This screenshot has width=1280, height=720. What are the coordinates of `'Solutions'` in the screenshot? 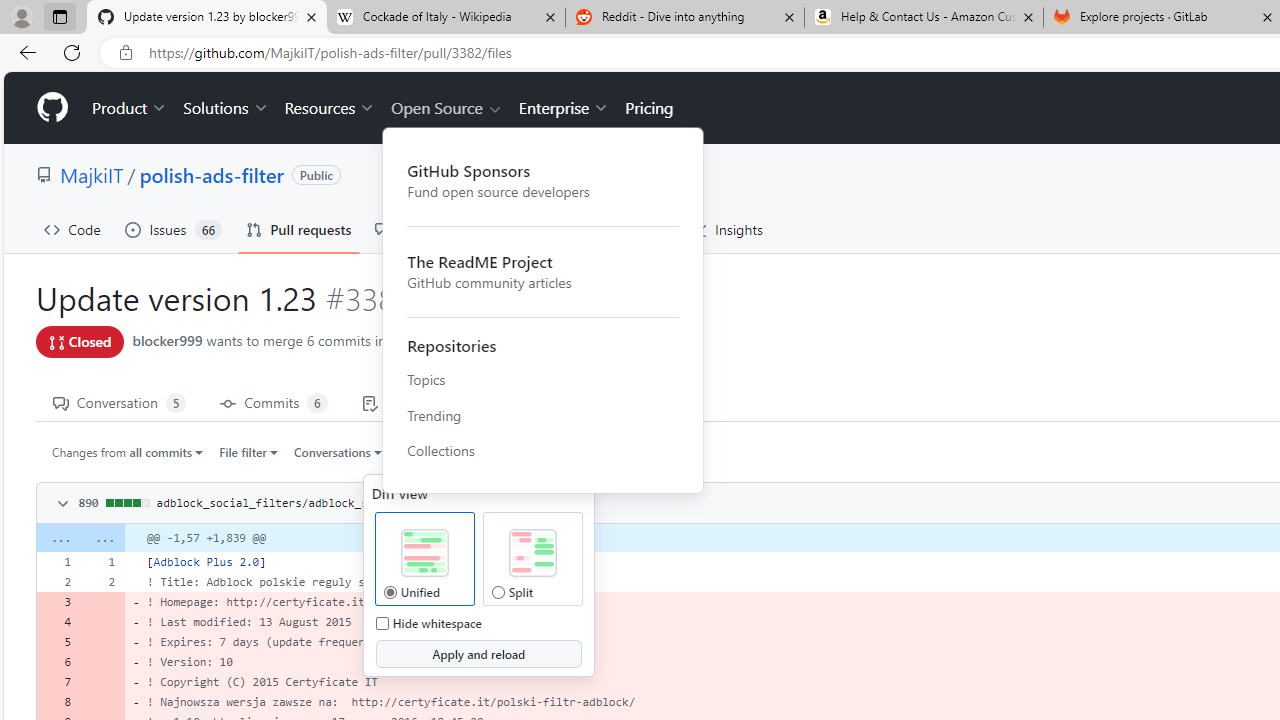 It's located at (225, 108).